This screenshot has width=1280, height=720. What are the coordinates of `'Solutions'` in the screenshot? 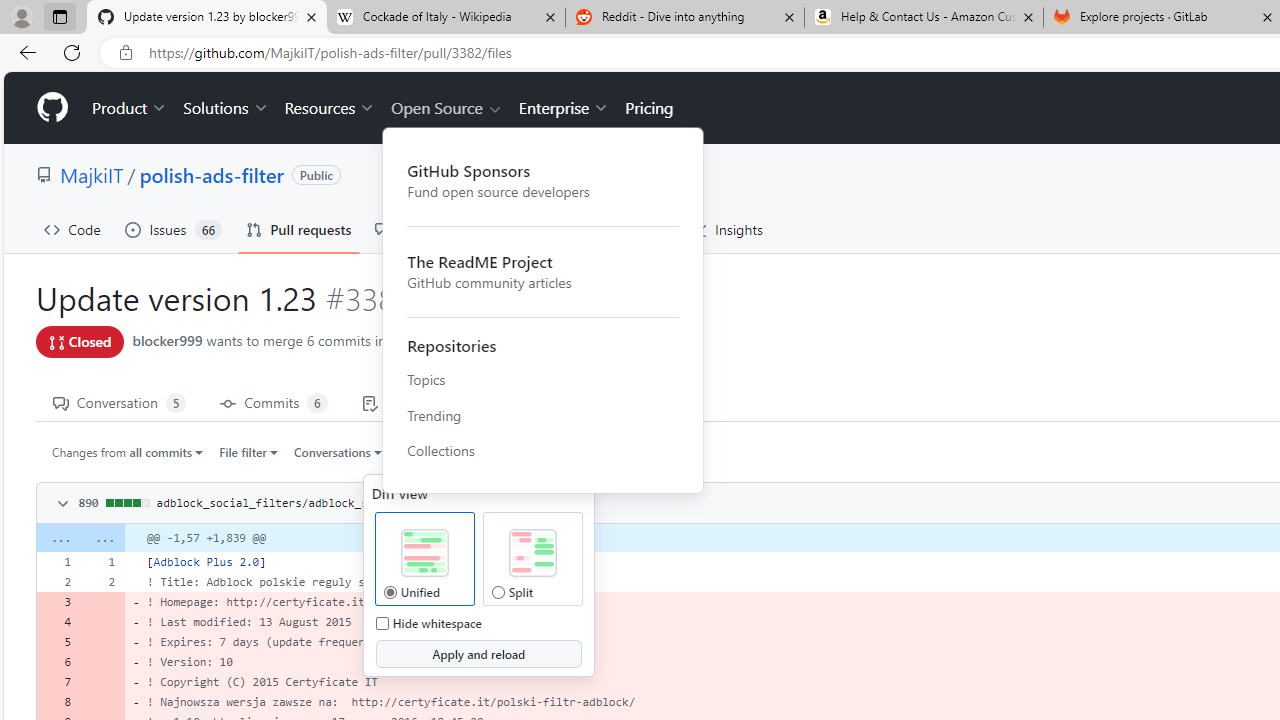 It's located at (225, 108).